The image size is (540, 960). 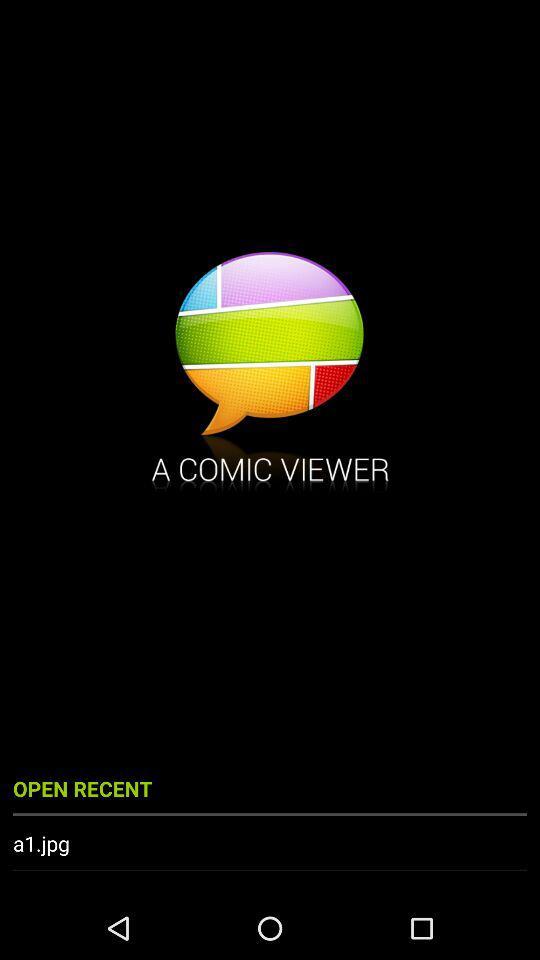 What do you see at coordinates (270, 373) in the screenshot?
I see `icon at the center` at bounding box center [270, 373].